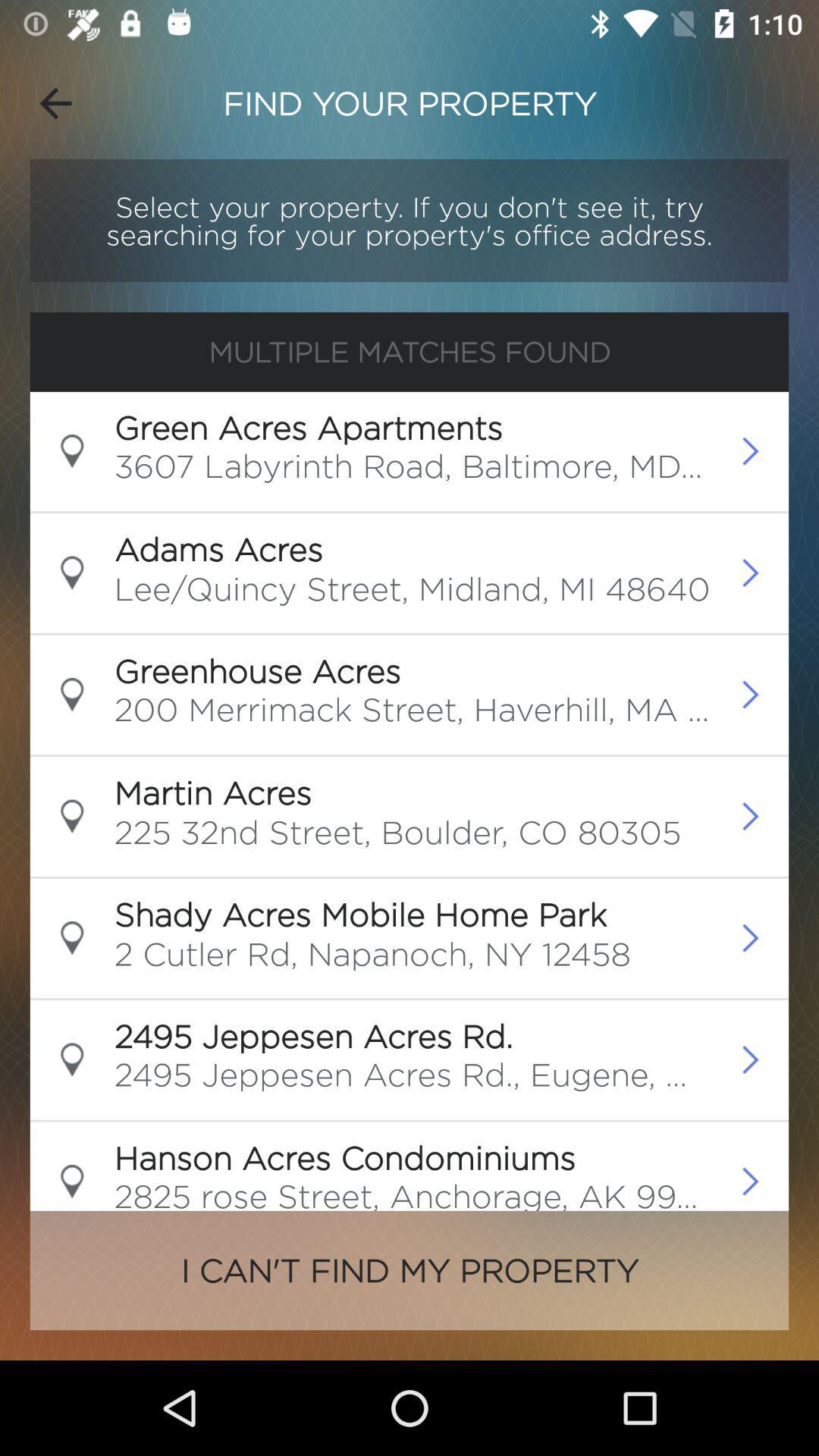 The width and height of the screenshot is (819, 1456). What do you see at coordinates (212, 792) in the screenshot?
I see `app above 225 32nd street icon` at bounding box center [212, 792].